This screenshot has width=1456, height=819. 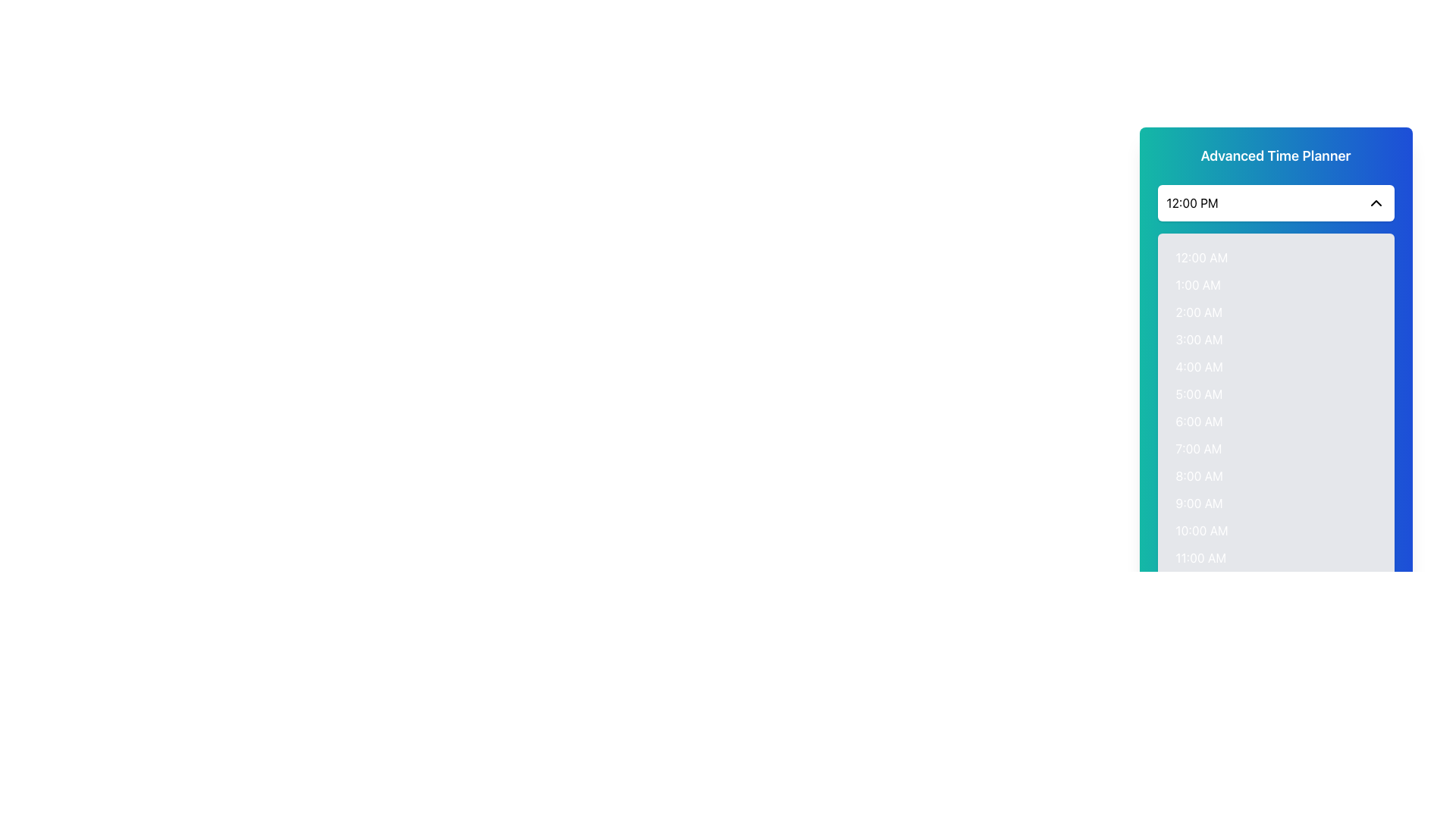 What do you see at coordinates (1275, 256) in the screenshot?
I see `the selectable item displaying '12:00 AM' in the dropdown list` at bounding box center [1275, 256].